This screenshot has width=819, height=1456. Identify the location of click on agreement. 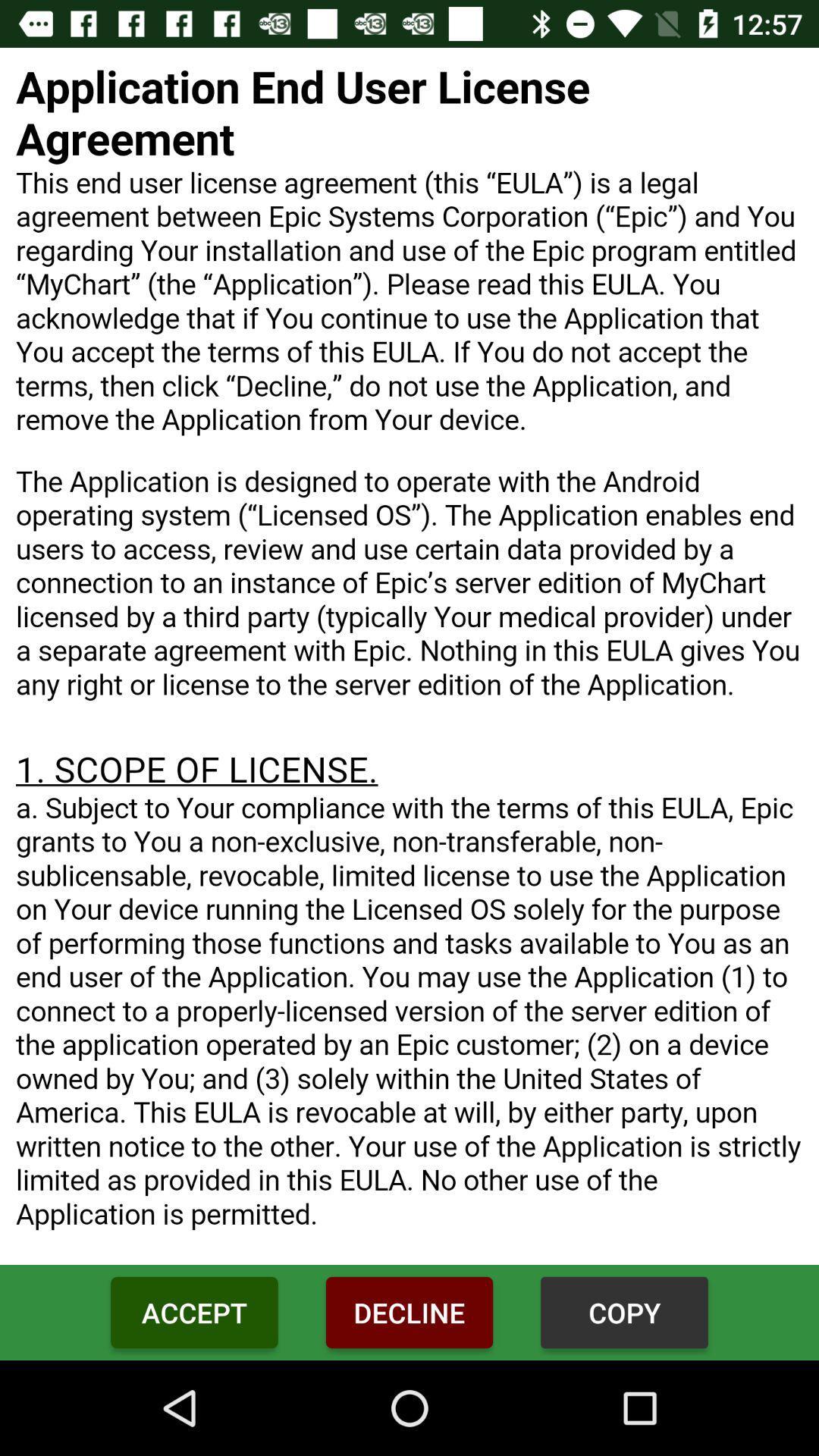
(409, 656).